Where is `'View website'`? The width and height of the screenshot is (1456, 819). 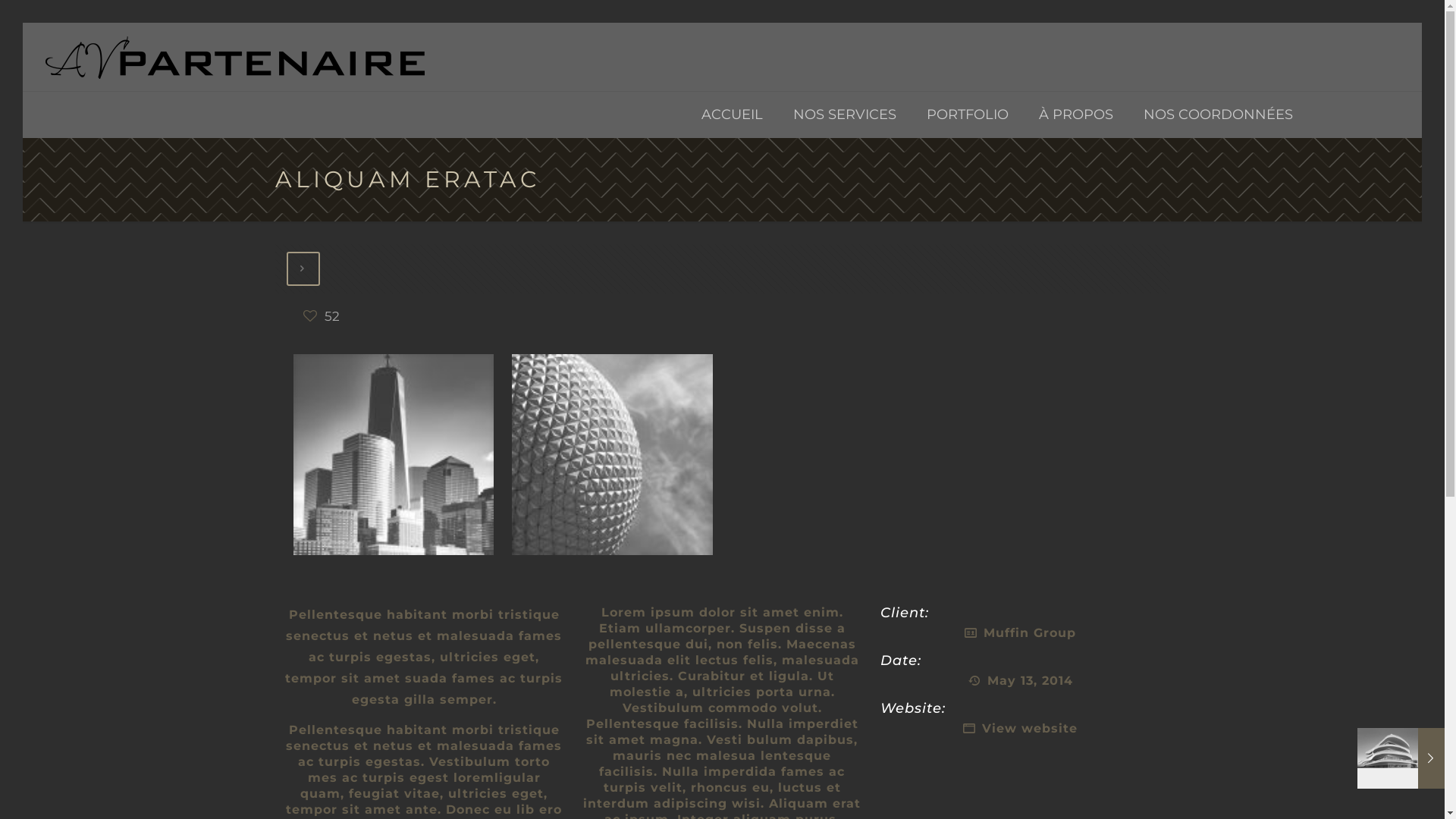 'View website' is located at coordinates (1030, 727).